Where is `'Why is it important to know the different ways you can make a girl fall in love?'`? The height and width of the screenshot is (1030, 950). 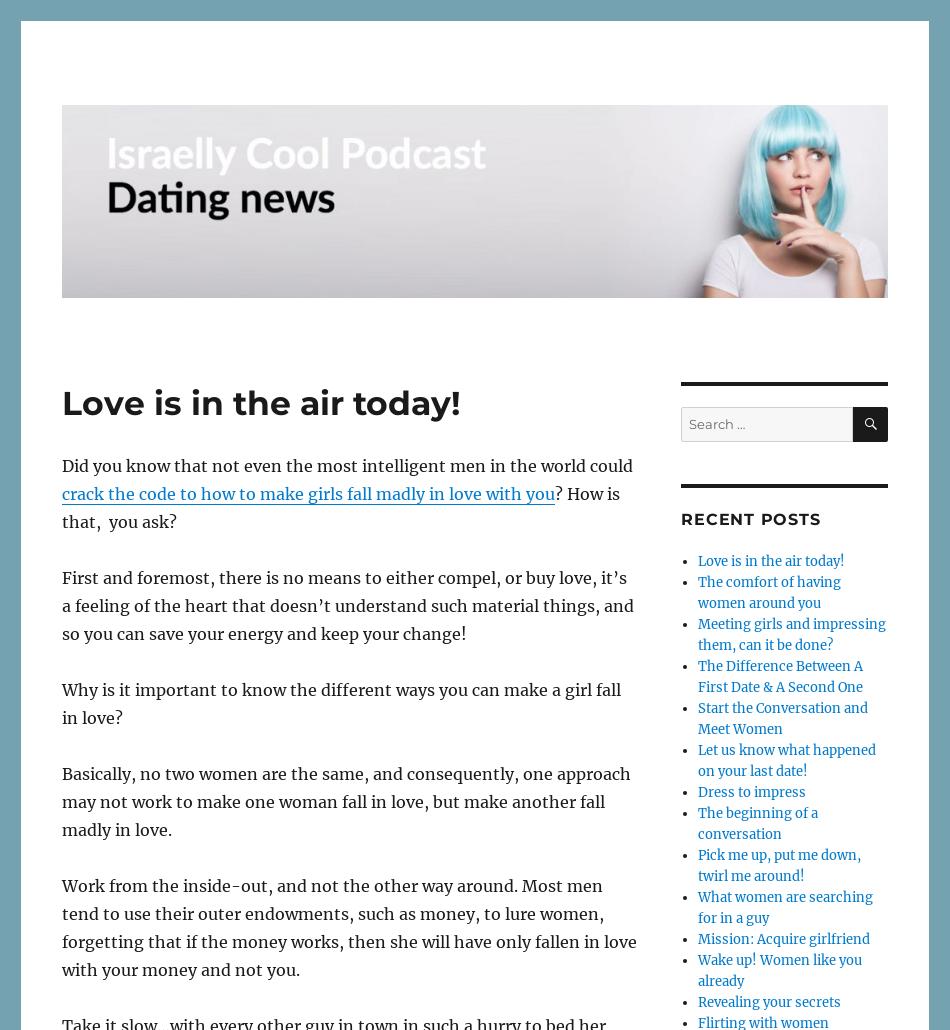
'Why is it important to know the different ways you can make a girl fall in love?' is located at coordinates (340, 702).